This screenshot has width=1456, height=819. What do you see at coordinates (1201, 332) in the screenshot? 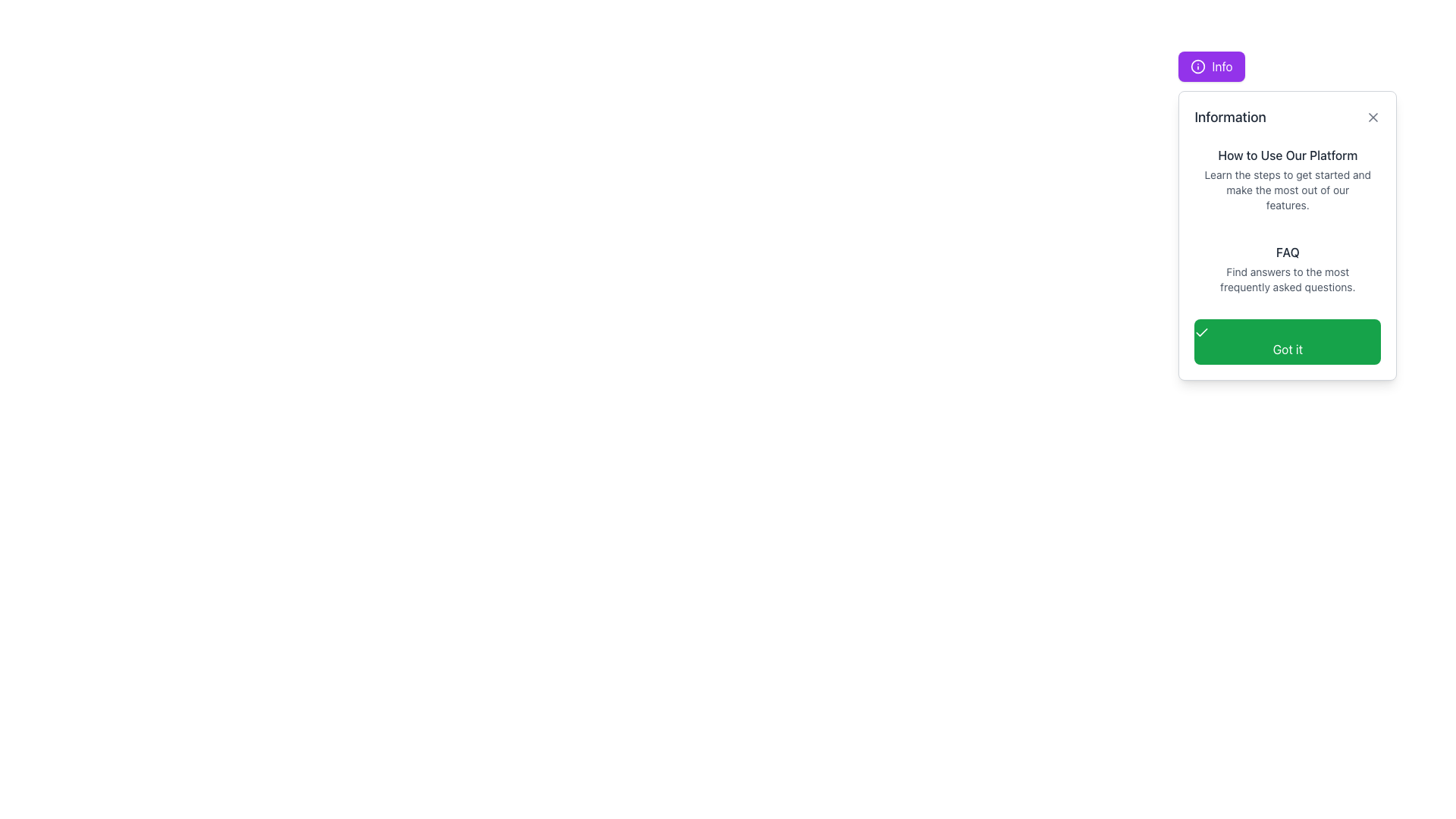
I see `the small checkmark icon with a green stroke color, located to the left of the 'Got it' button at the bottom of the card element` at bounding box center [1201, 332].